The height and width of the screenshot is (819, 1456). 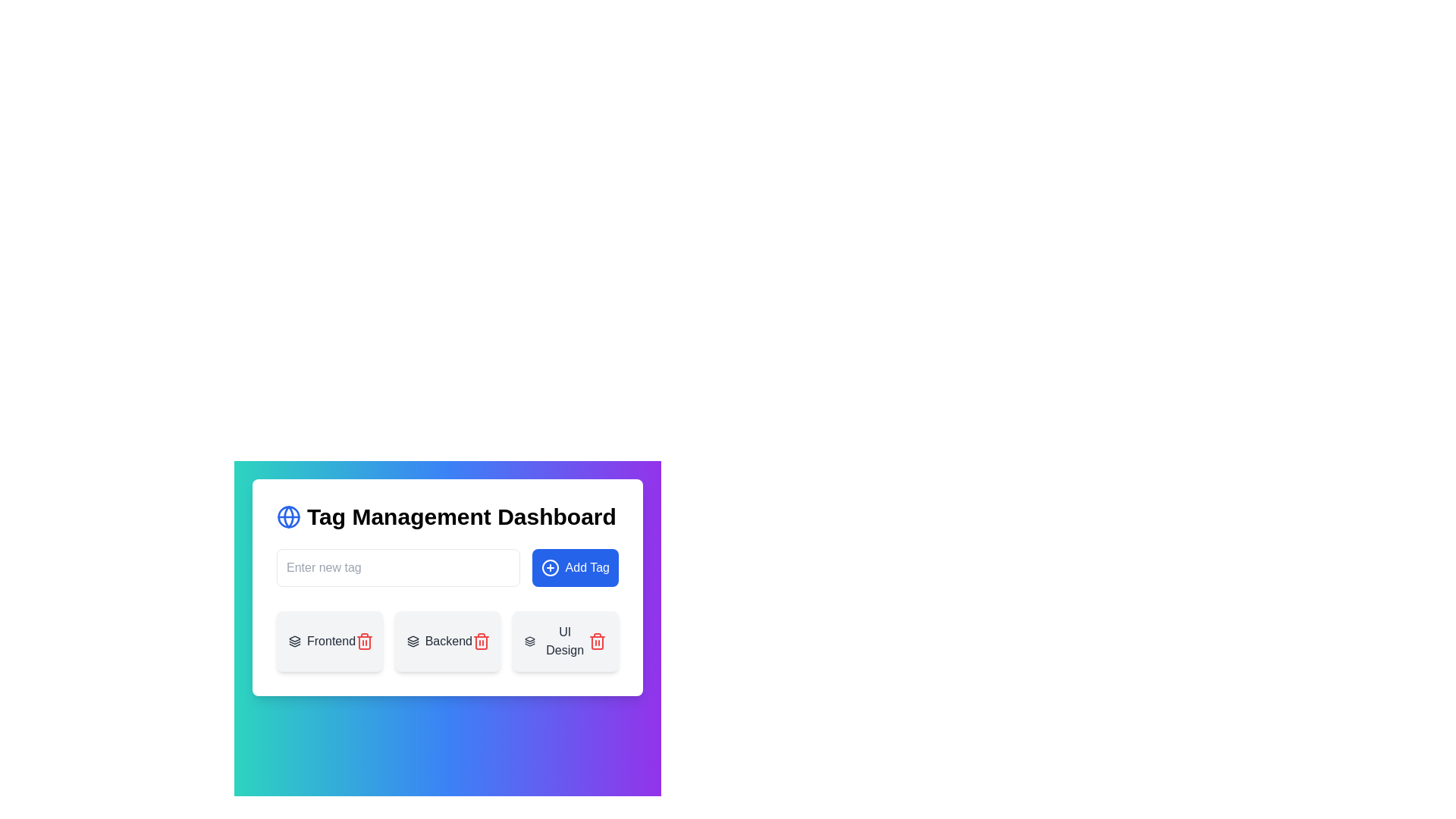 What do you see at coordinates (438, 641) in the screenshot?
I see `to select or focus the 'Backend' tag label, which is the second tag in the content section of the dashboard` at bounding box center [438, 641].